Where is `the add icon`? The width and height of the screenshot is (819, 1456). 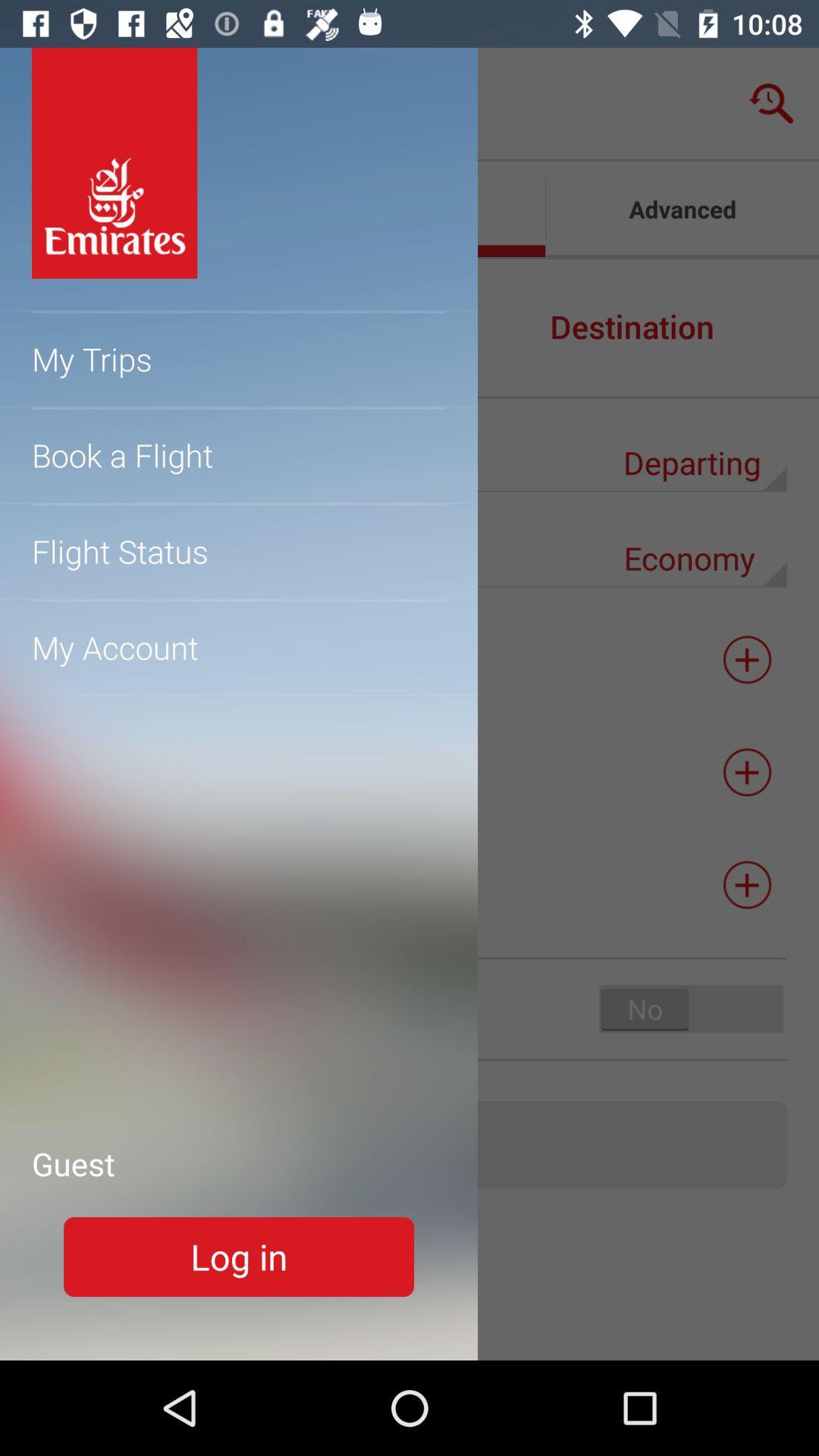
the add icon is located at coordinates (746, 659).